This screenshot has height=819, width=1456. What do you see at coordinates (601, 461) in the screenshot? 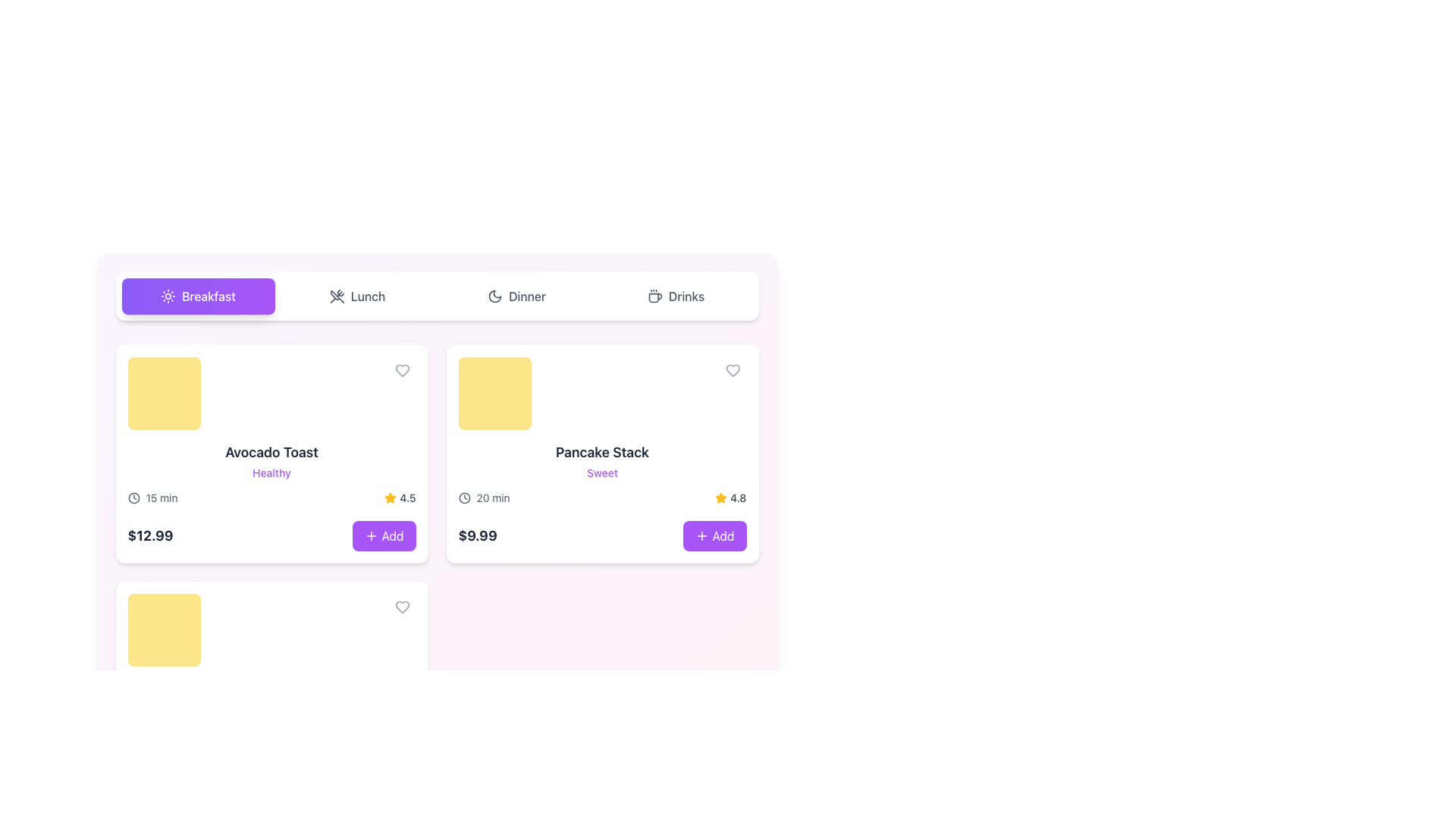
I see `the text block containing the title and subtitle for the food item, which is the second card in the grid, positioned to the right of the 'Avocado Toast' card, located under the 'Breakfast' category header` at bounding box center [601, 461].